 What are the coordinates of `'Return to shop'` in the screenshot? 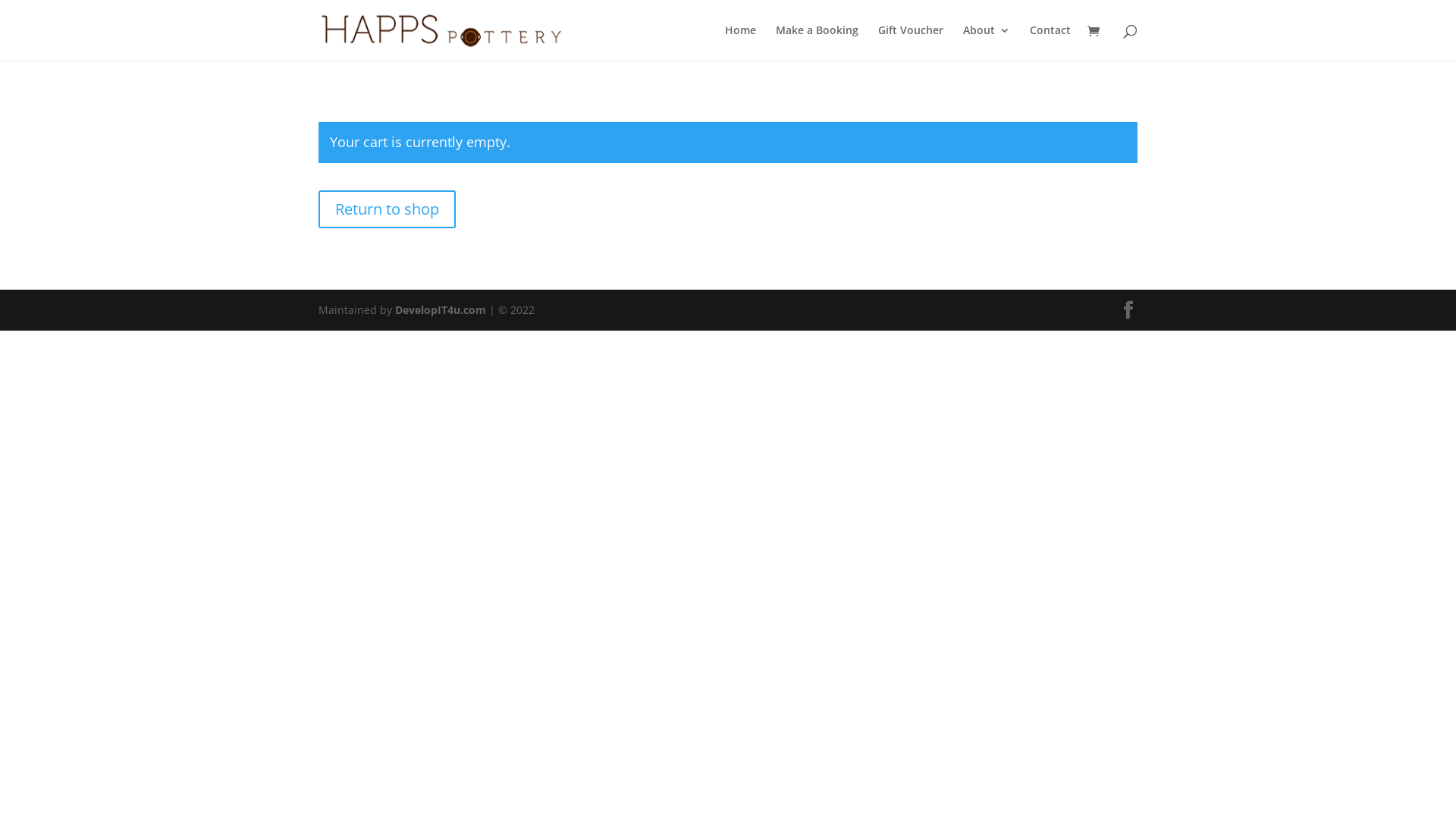 It's located at (318, 209).